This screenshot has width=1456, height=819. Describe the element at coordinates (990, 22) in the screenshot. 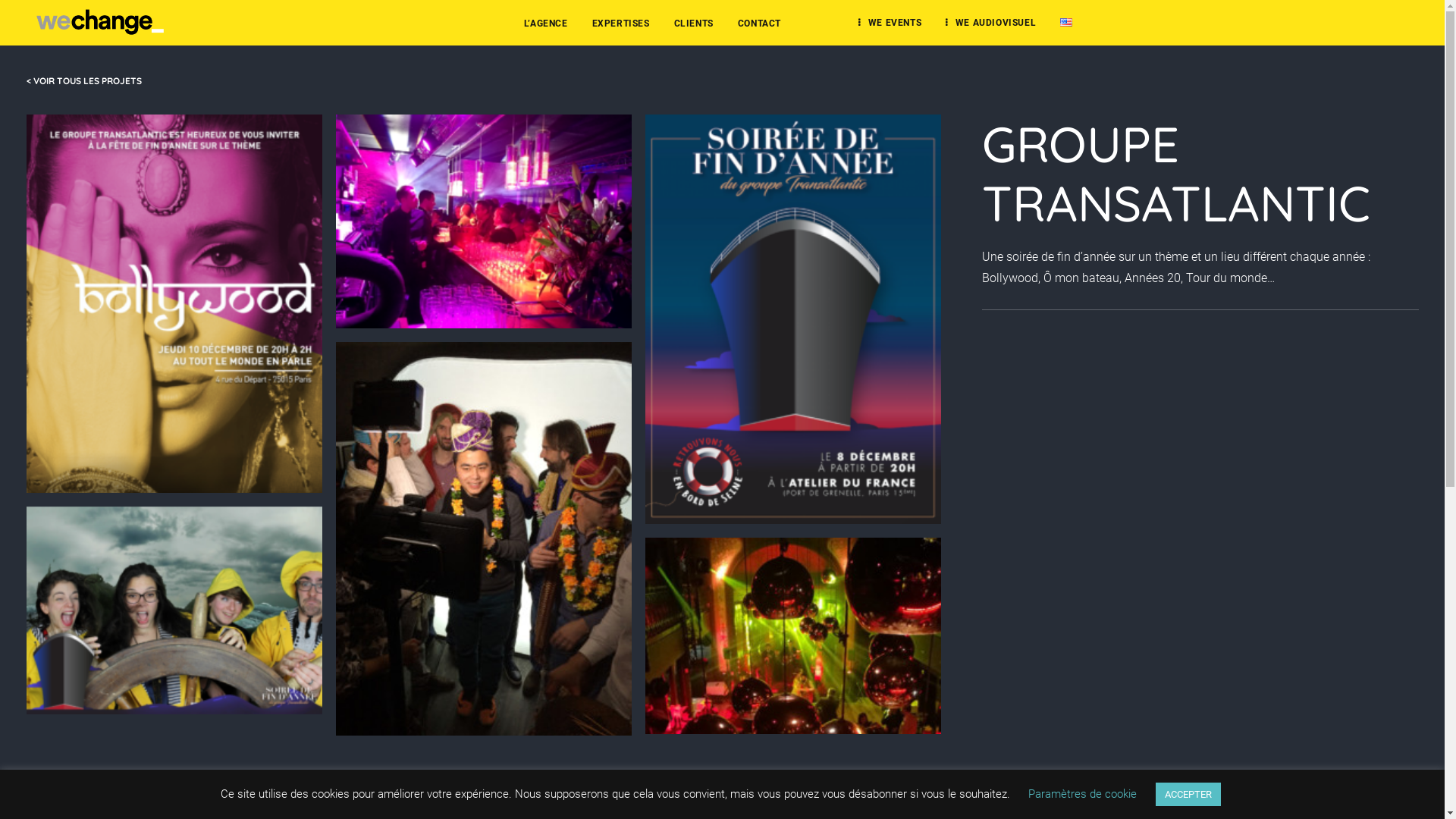

I see `'WE AUDIOVISUEL'` at that location.